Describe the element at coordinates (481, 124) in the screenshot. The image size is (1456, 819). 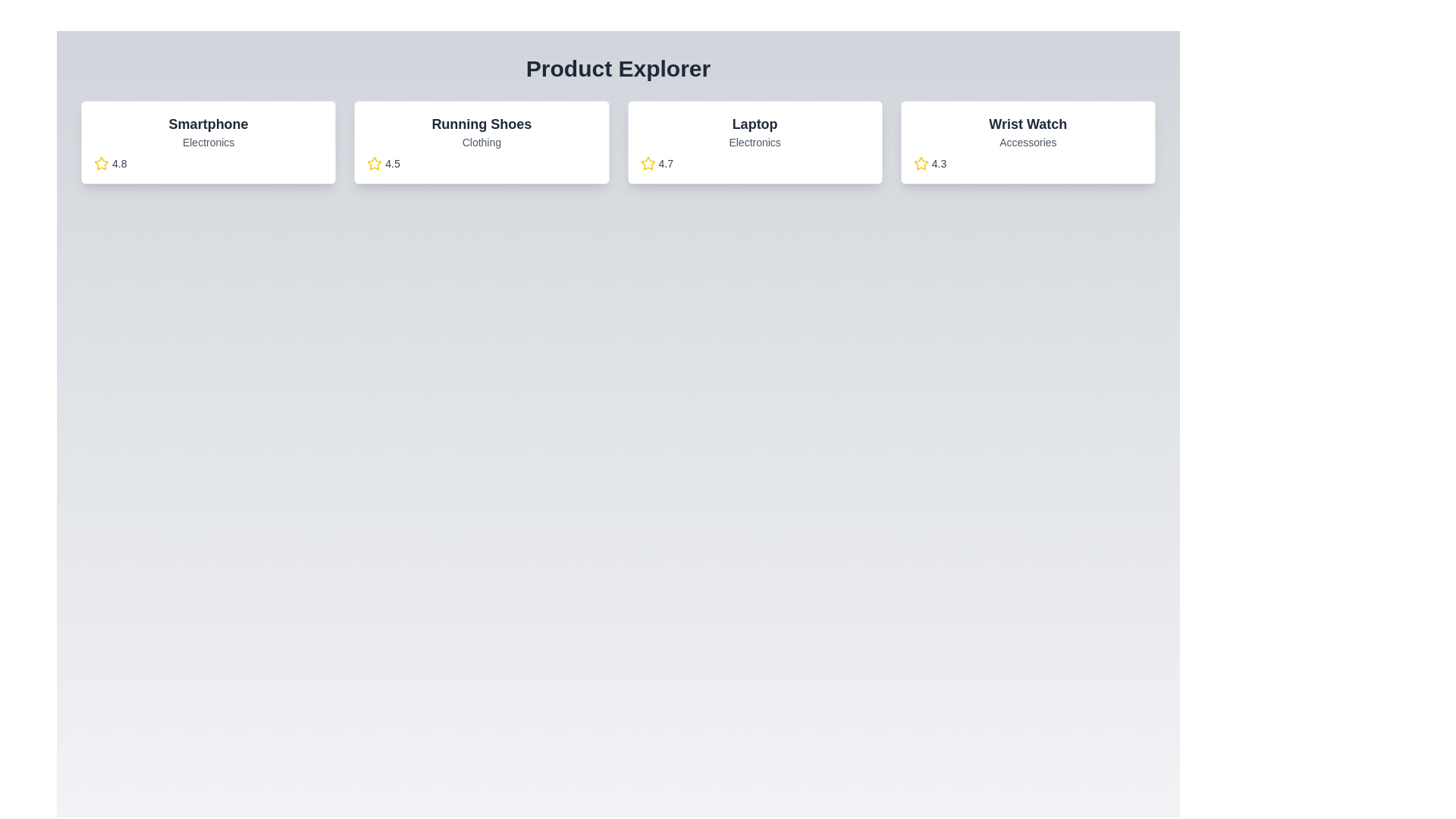
I see `the 'Running Shoes' text label` at that location.